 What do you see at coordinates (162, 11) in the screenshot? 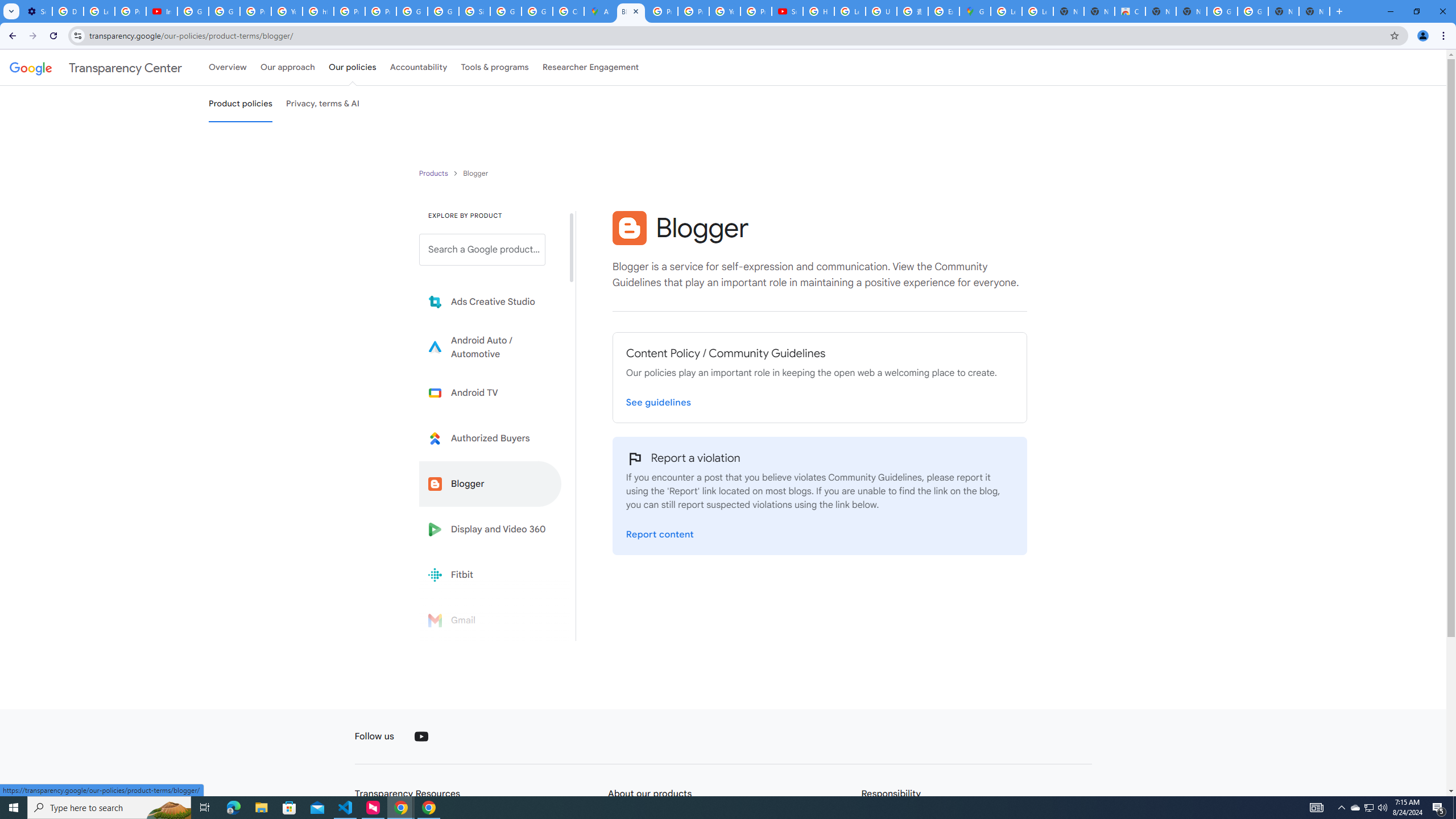
I see `'Introduction | Google Privacy Policy - YouTube'` at bounding box center [162, 11].